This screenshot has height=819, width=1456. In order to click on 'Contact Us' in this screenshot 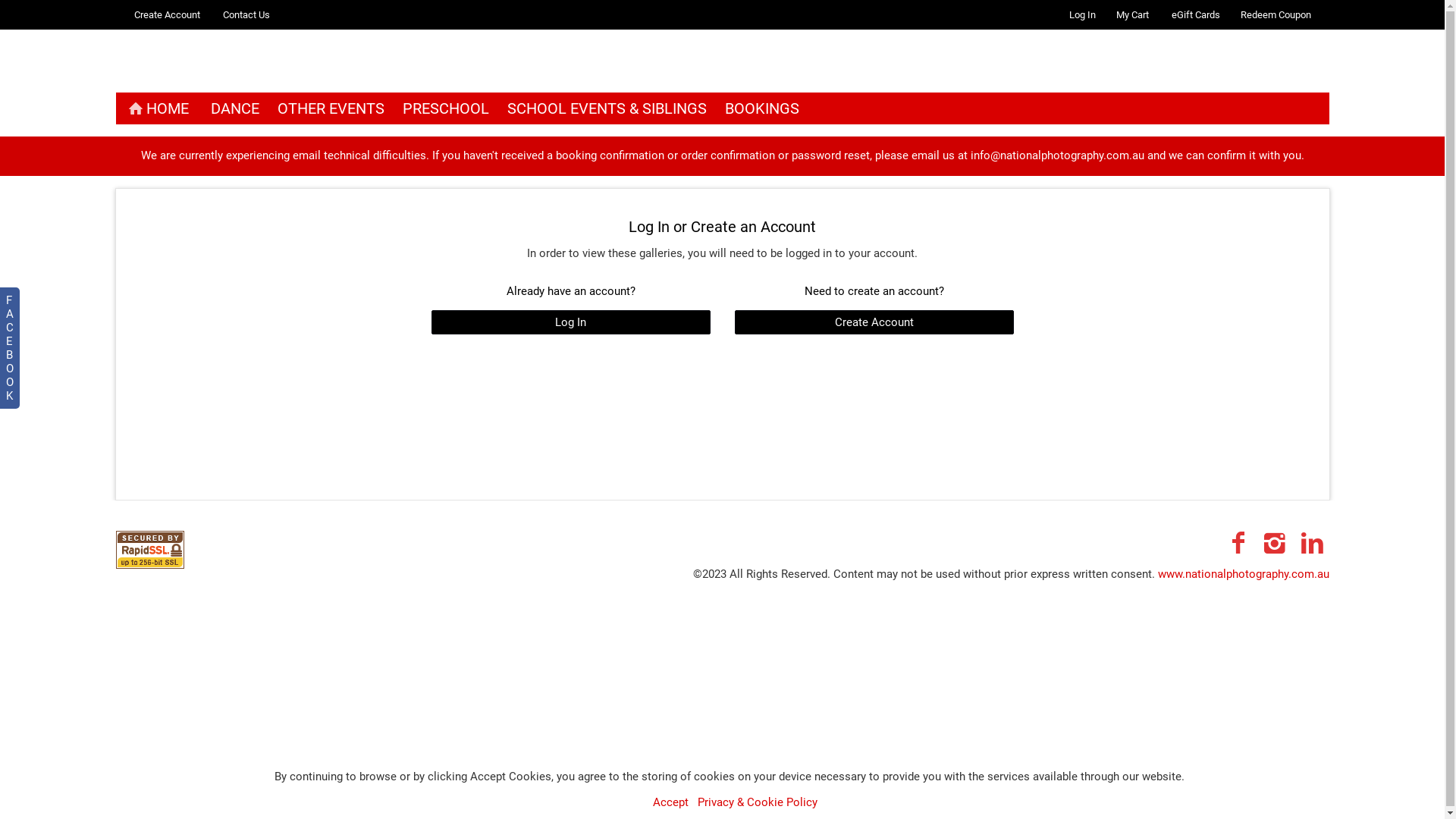, I will do `click(246, 14)`.